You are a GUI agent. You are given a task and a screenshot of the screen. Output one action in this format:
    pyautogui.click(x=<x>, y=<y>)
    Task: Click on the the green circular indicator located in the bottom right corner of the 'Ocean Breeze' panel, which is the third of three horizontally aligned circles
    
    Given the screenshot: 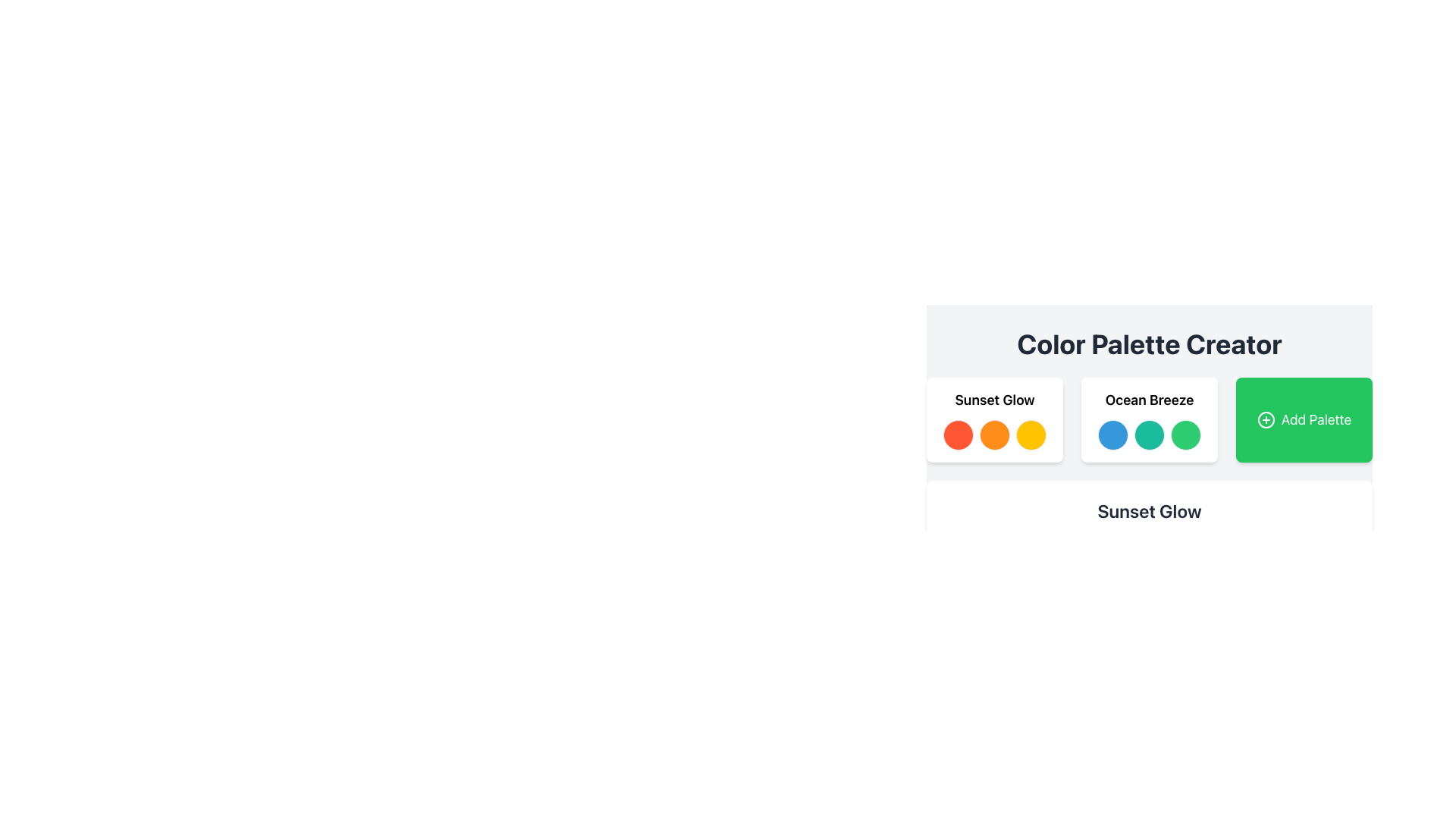 What is the action you would take?
    pyautogui.click(x=1185, y=435)
    